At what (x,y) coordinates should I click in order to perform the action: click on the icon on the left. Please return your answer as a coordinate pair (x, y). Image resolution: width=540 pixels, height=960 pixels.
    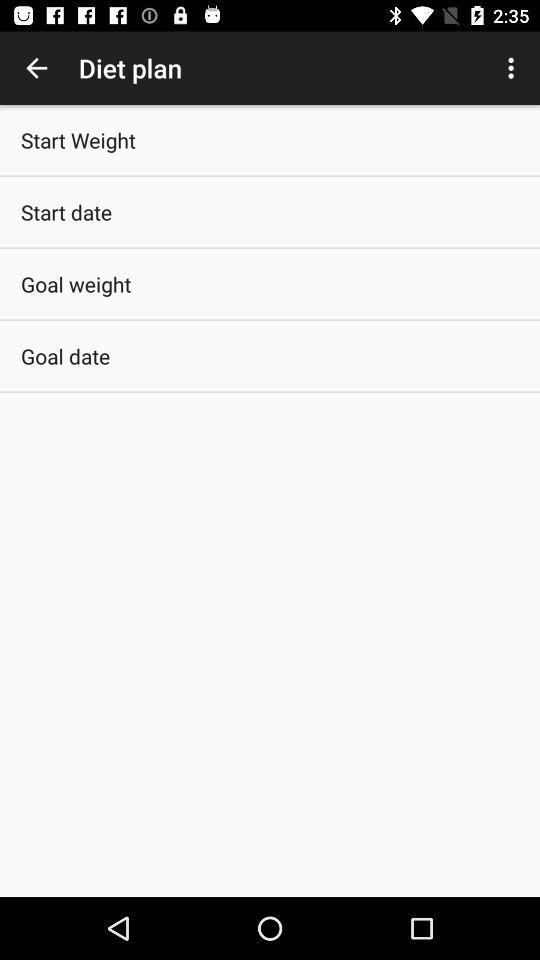
    Looking at the image, I should click on (65, 356).